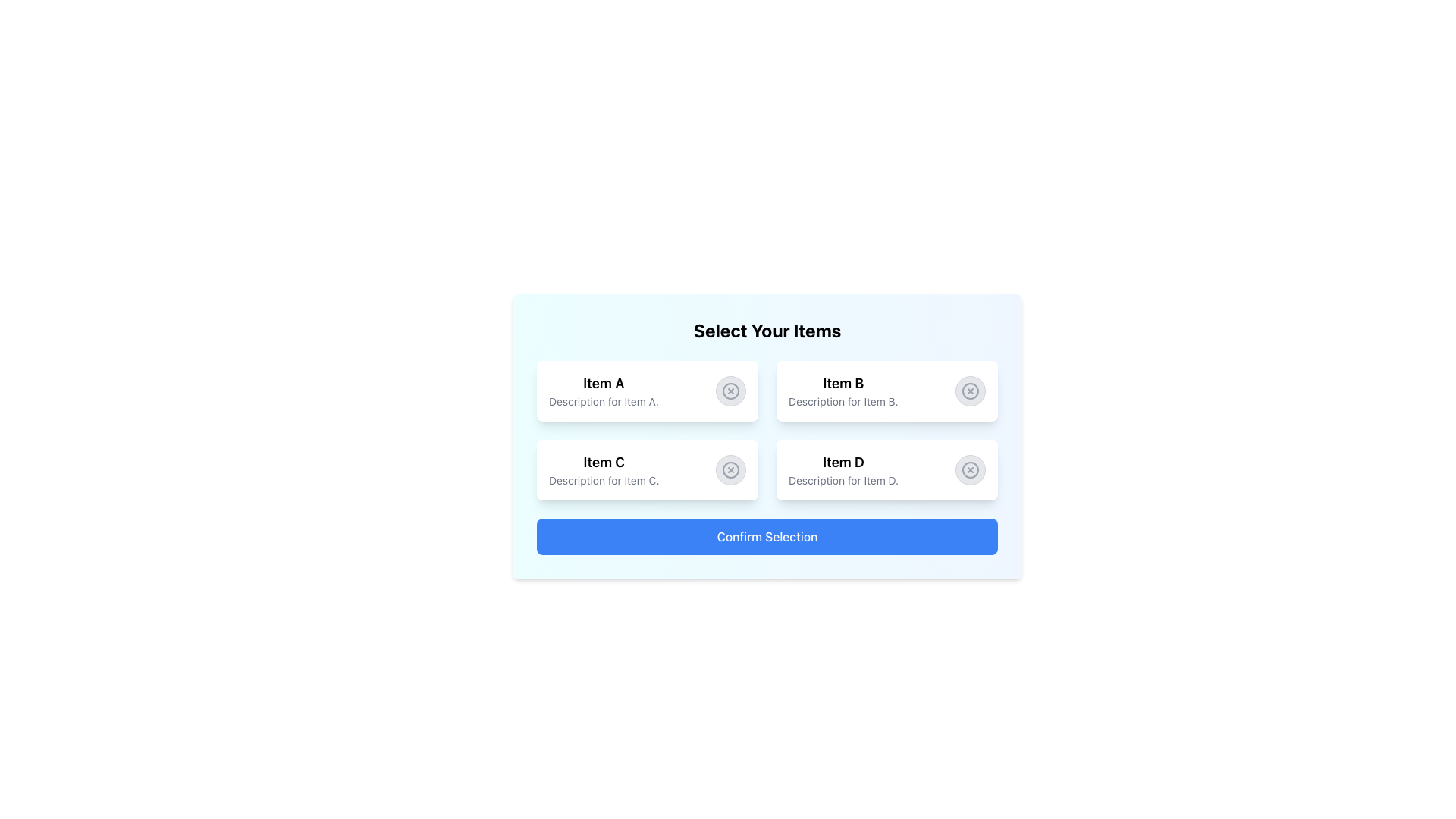  What do you see at coordinates (603, 480) in the screenshot?
I see `the static text label providing details about 'Item C', which is located in the content area directly below the text 'Item C'` at bounding box center [603, 480].